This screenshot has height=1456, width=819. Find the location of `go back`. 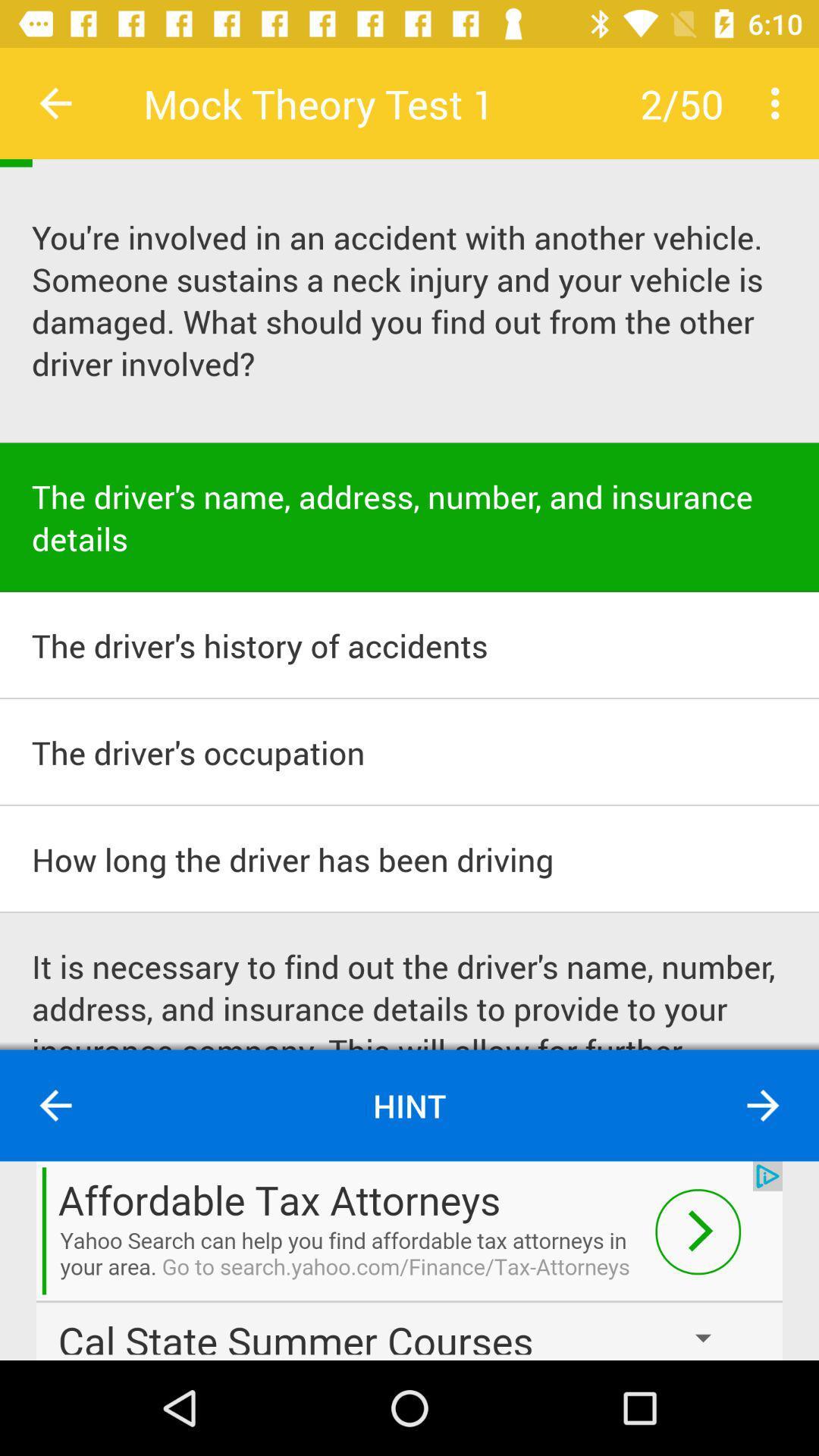

go back is located at coordinates (55, 102).